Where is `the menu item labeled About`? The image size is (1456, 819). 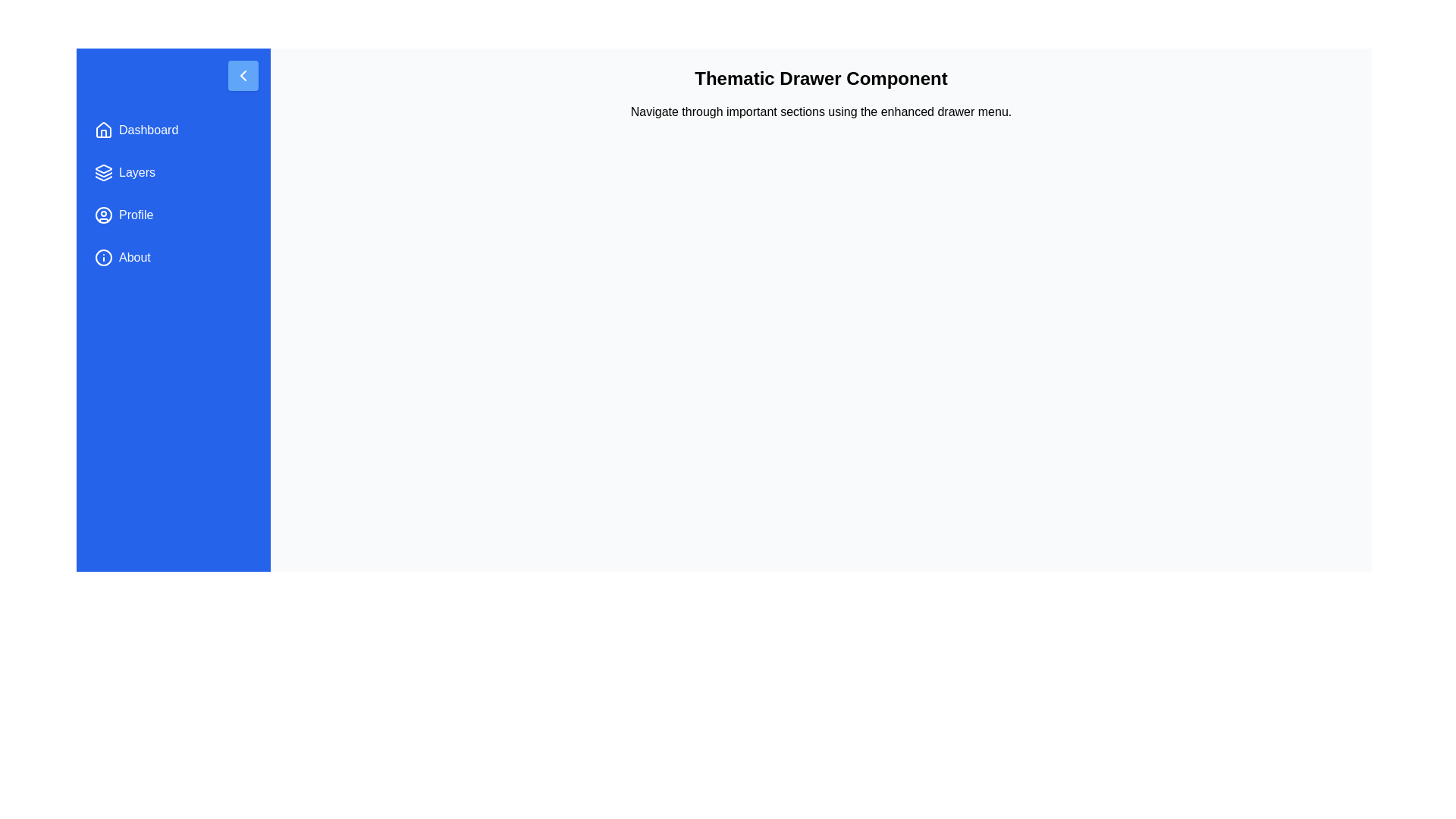
the menu item labeled About is located at coordinates (174, 256).